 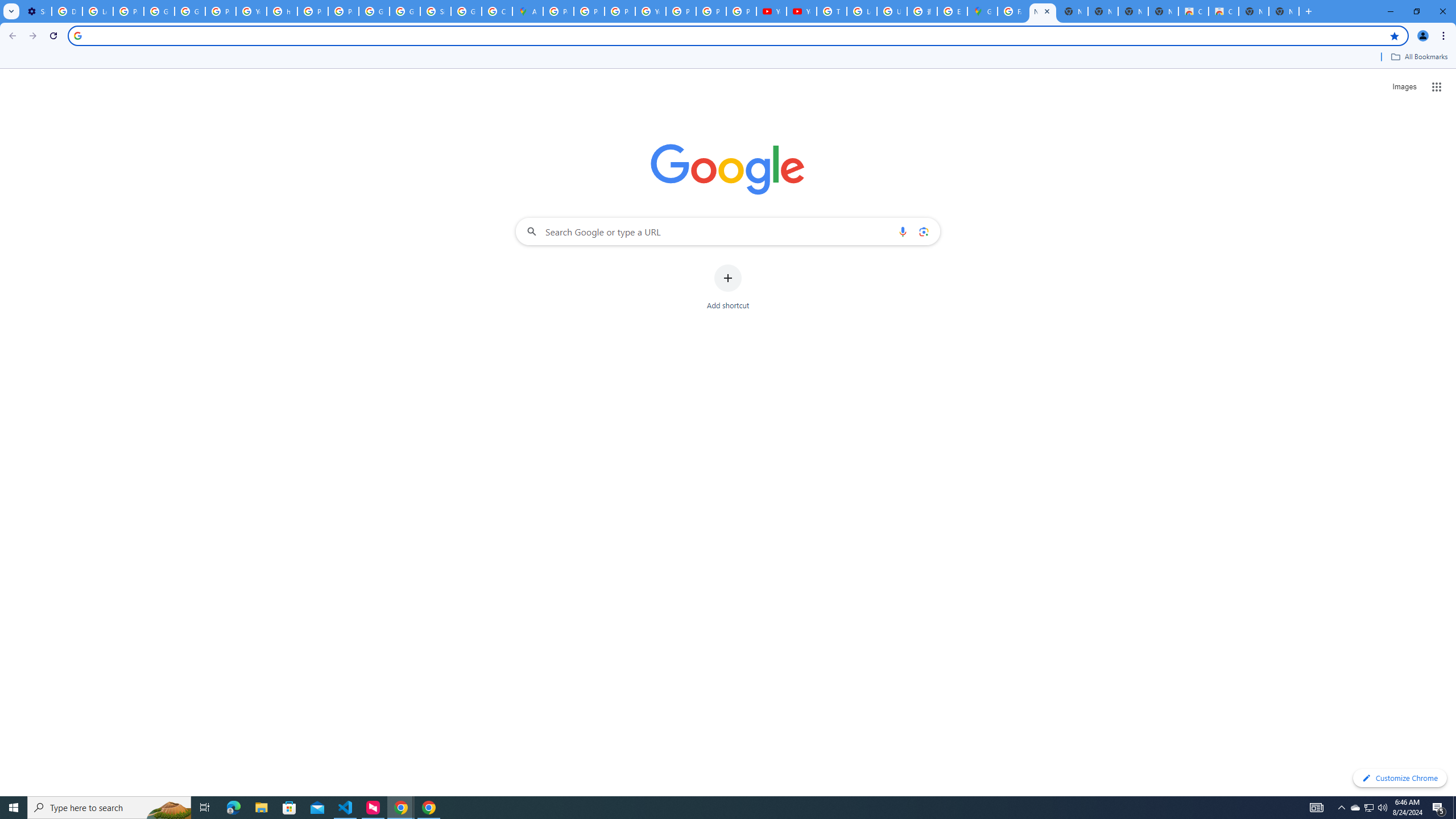 What do you see at coordinates (435, 11) in the screenshot?
I see `'Sign in - Google Accounts'` at bounding box center [435, 11].